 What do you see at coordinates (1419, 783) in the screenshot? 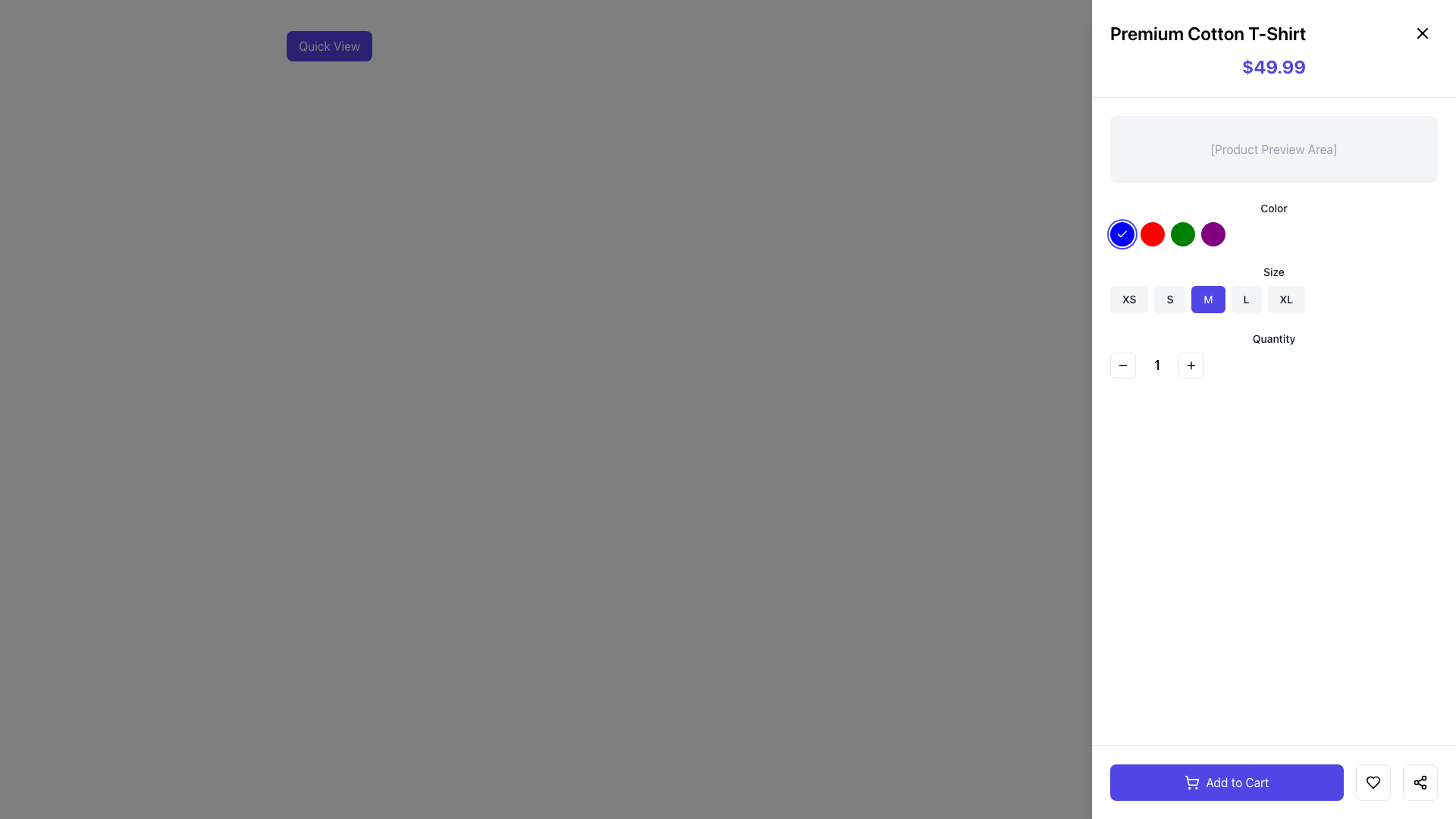
I see `the 'Share' icon located in the bottom-right corner of the interface` at bounding box center [1419, 783].